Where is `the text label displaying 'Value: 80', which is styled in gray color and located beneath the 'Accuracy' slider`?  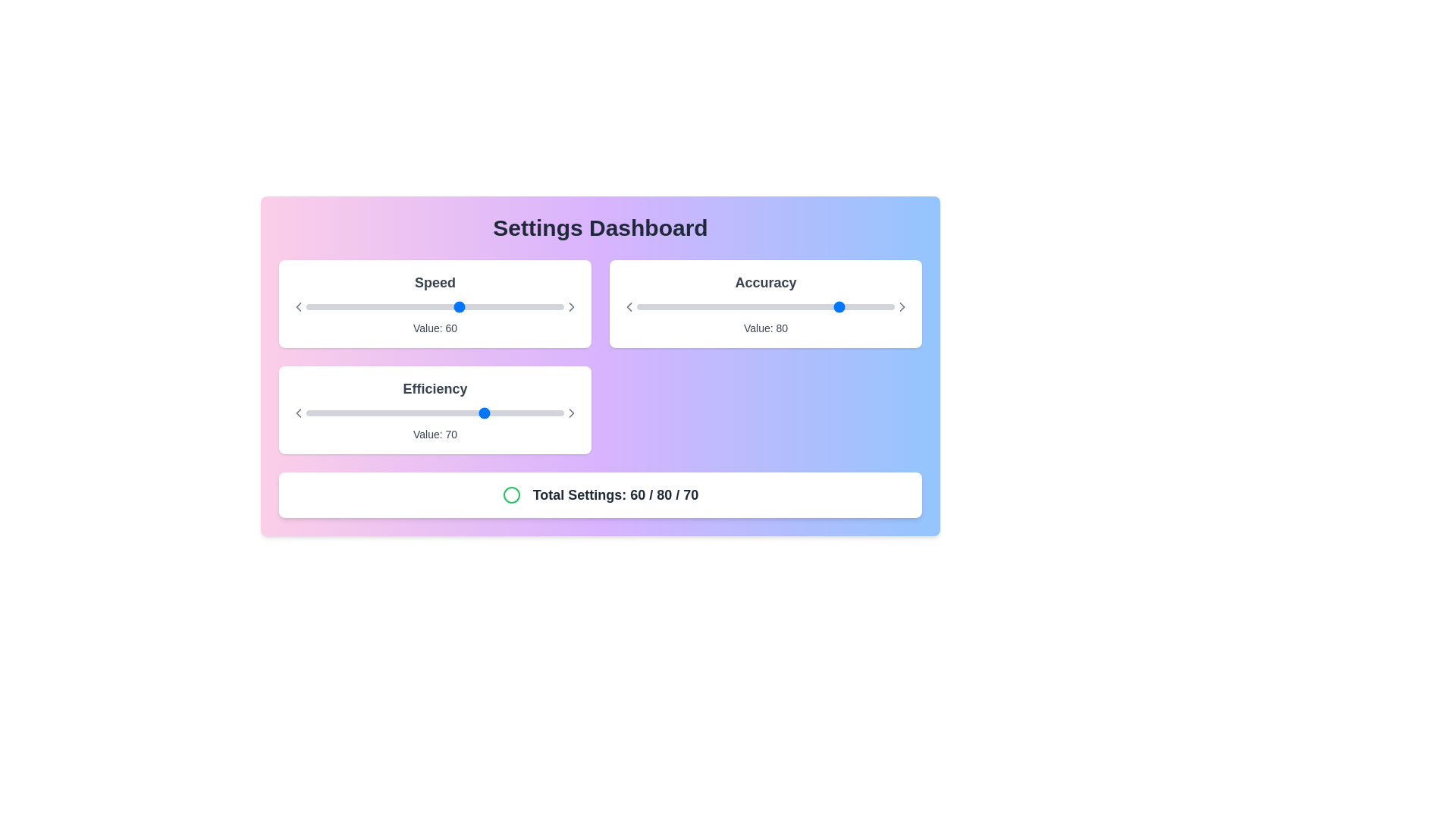
the text label displaying 'Value: 80', which is styled in gray color and located beneath the 'Accuracy' slider is located at coordinates (765, 327).